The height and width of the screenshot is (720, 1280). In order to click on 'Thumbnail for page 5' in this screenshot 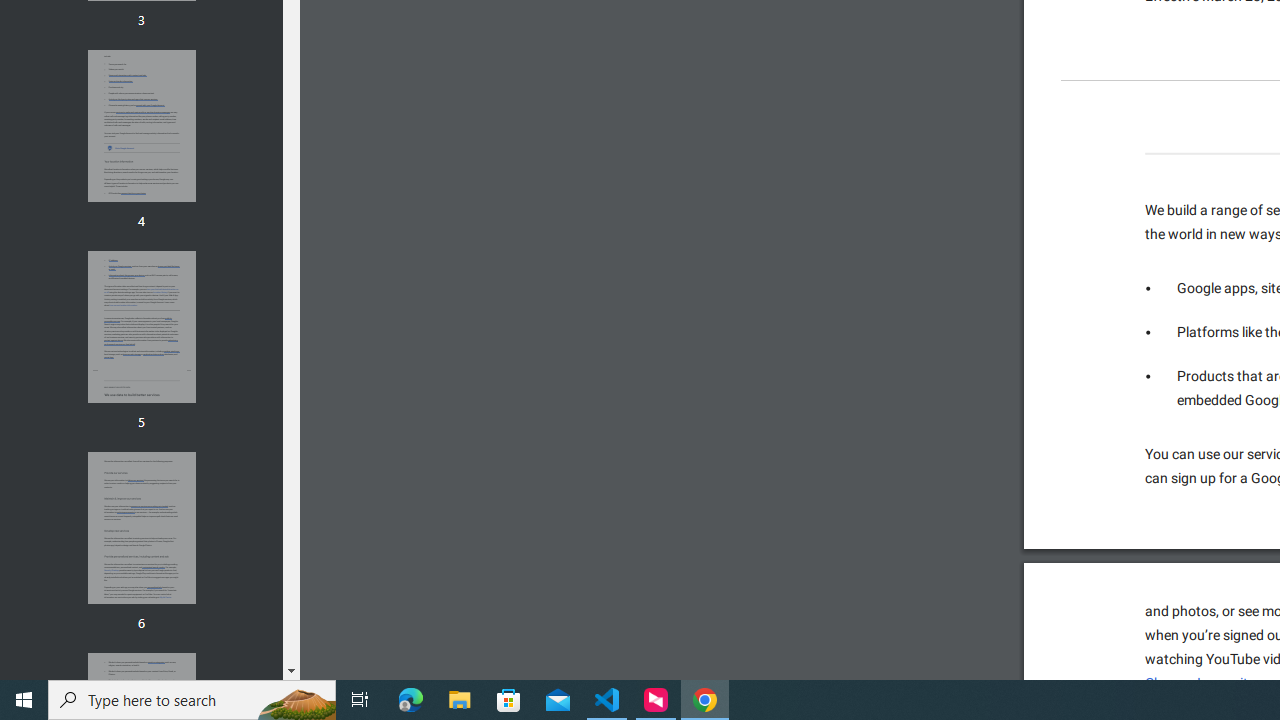, I will do `click(140, 326)`.